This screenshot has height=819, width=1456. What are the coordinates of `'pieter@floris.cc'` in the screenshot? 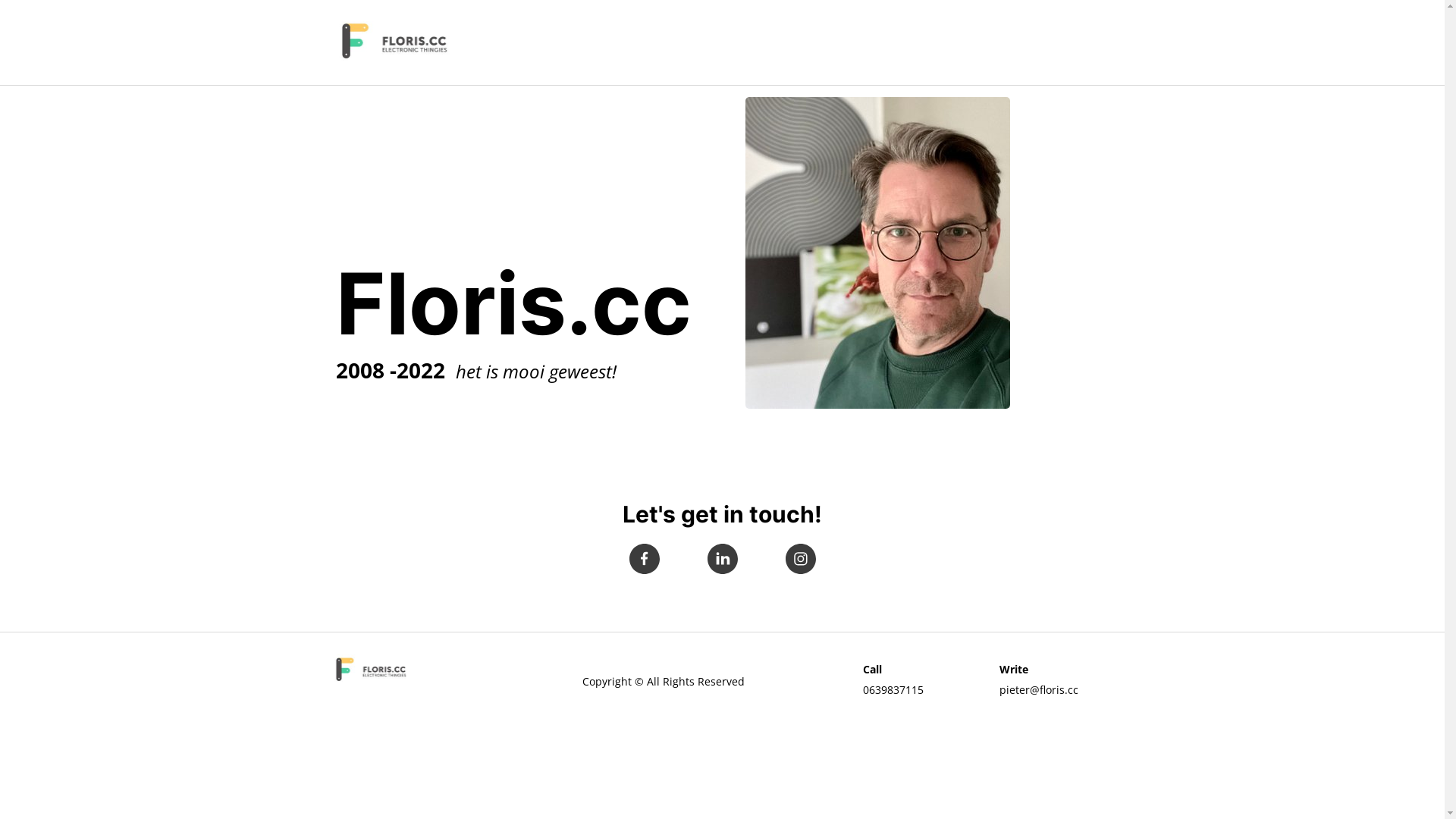 It's located at (1037, 689).